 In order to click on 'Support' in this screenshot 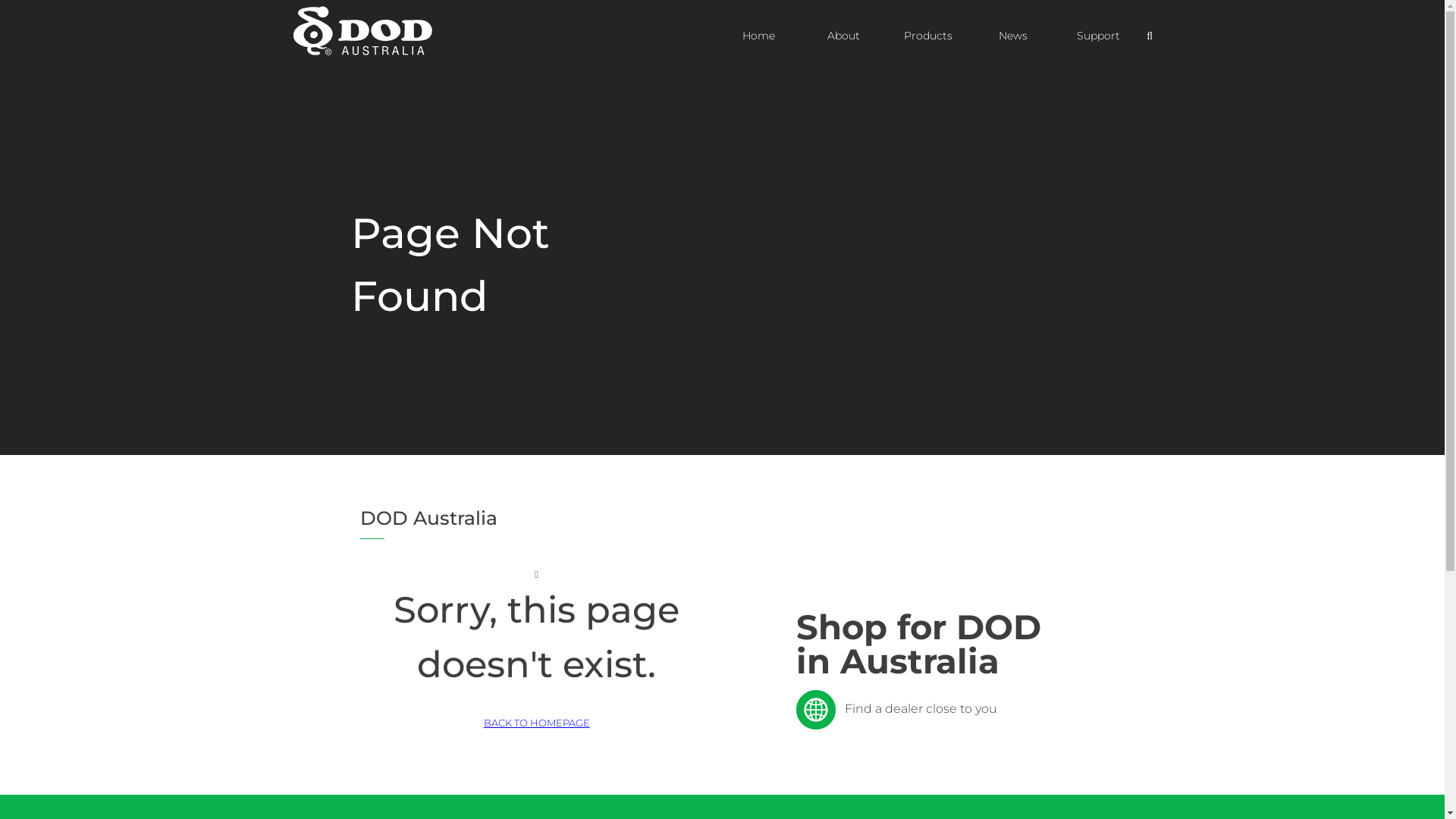, I will do `click(1098, 34)`.